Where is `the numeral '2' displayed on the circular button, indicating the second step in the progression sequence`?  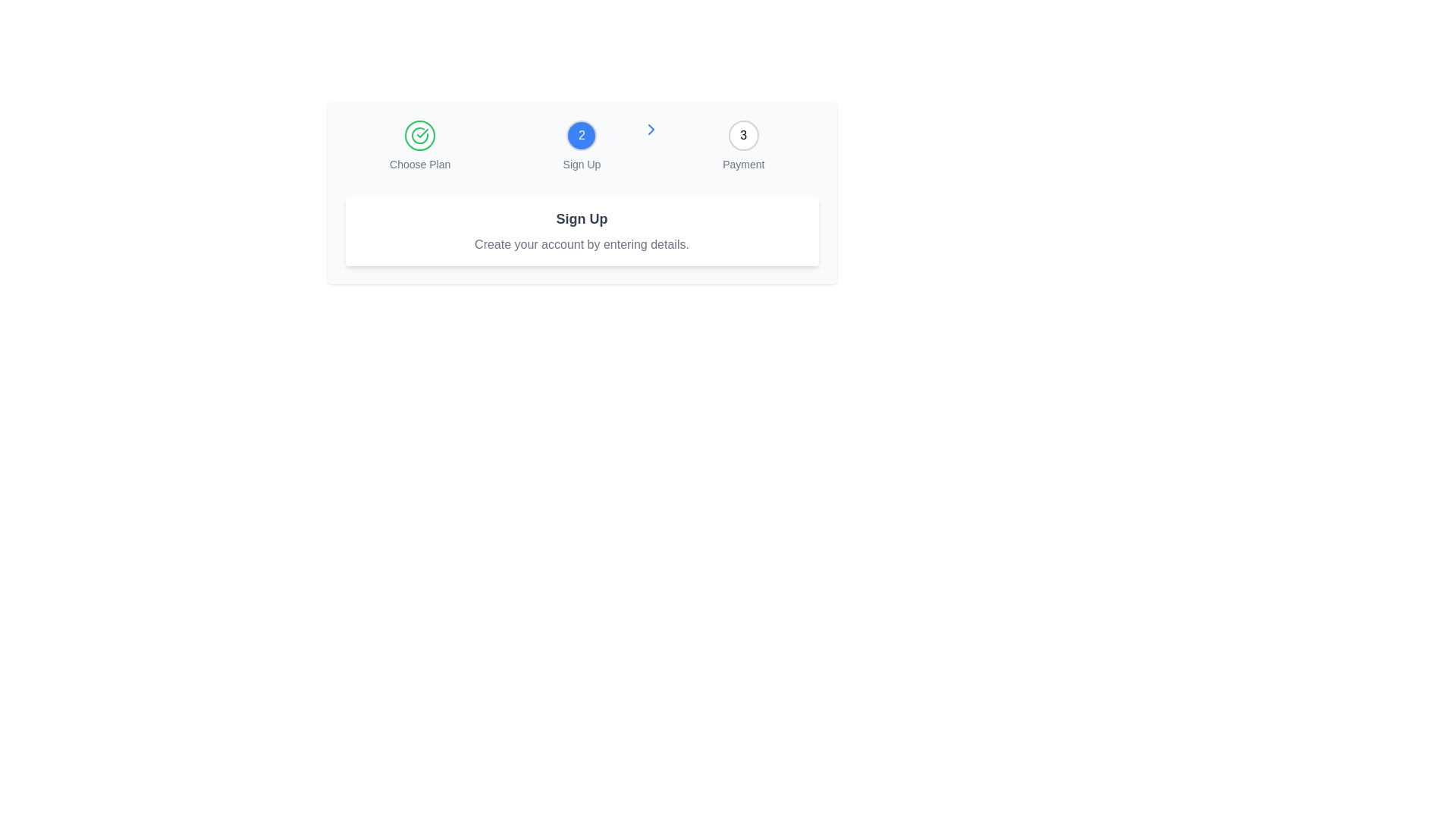 the numeral '2' displayed on the circular button, indicating the second step in the progression sequence is located at coordinates (581, 134).